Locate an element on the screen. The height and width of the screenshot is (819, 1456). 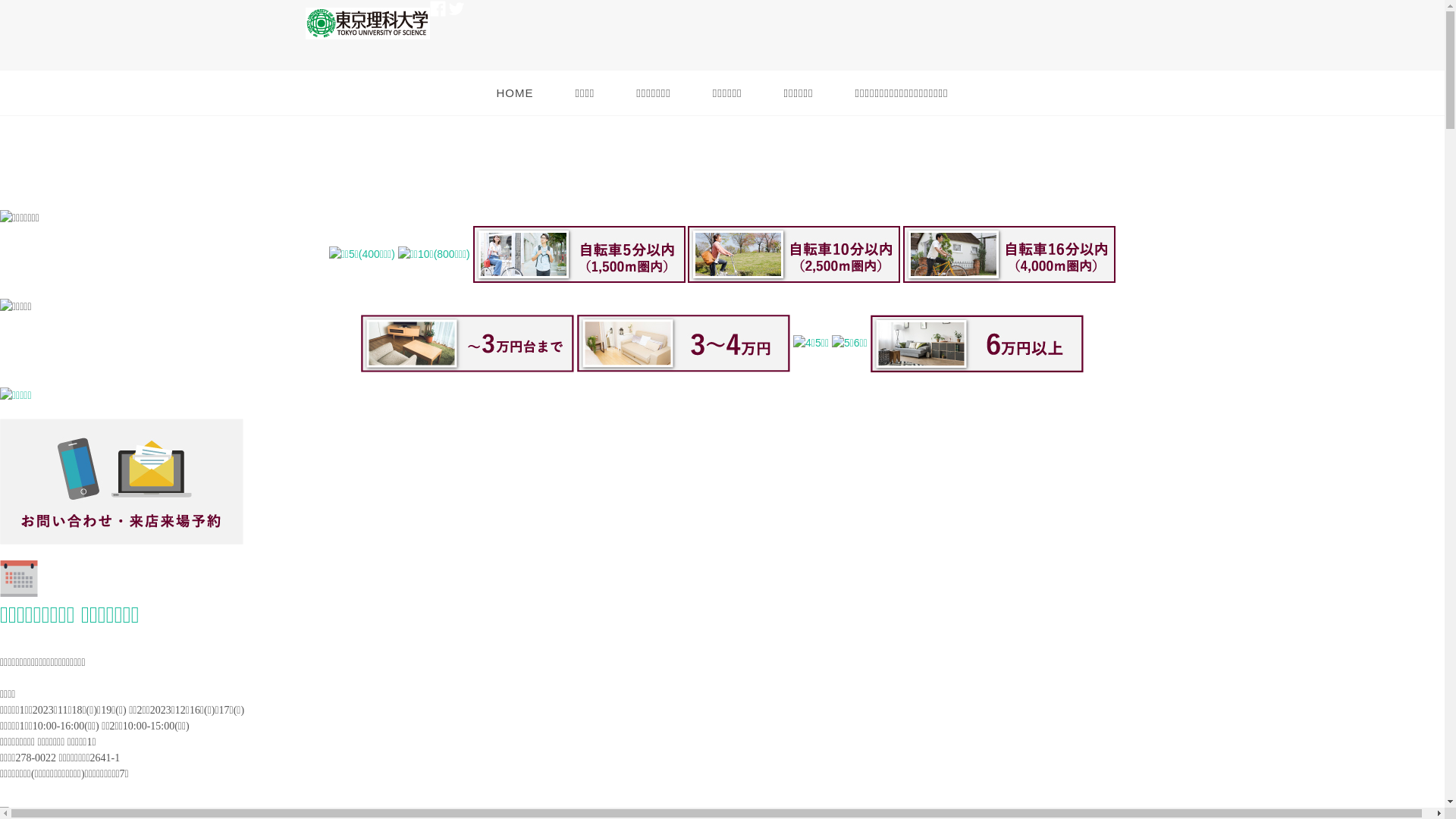
'HOME' is located at coordinates (514, 93).